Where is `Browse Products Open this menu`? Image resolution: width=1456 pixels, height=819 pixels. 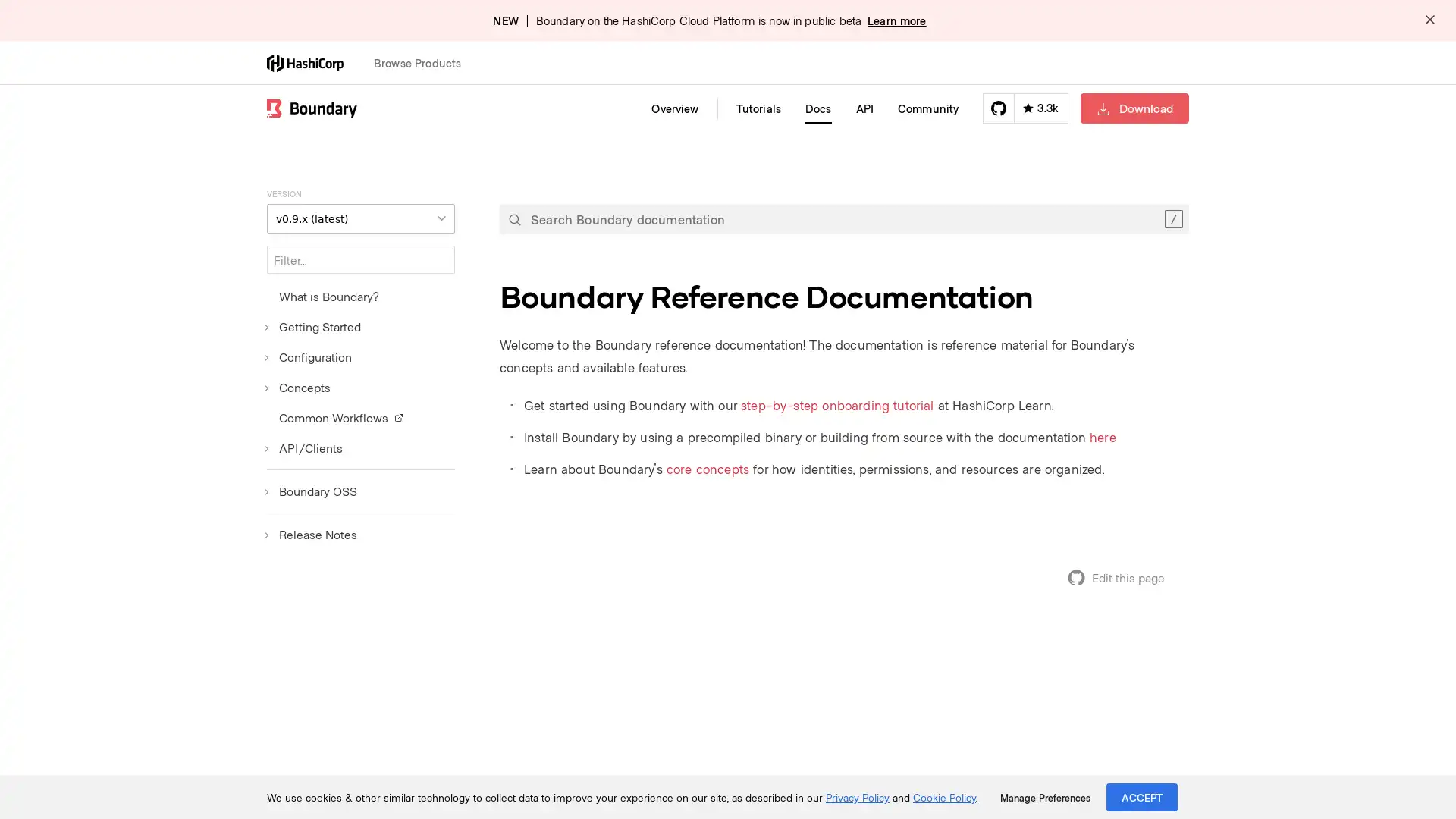
Browse Products Open this menu is located at coordinates (424, 62).